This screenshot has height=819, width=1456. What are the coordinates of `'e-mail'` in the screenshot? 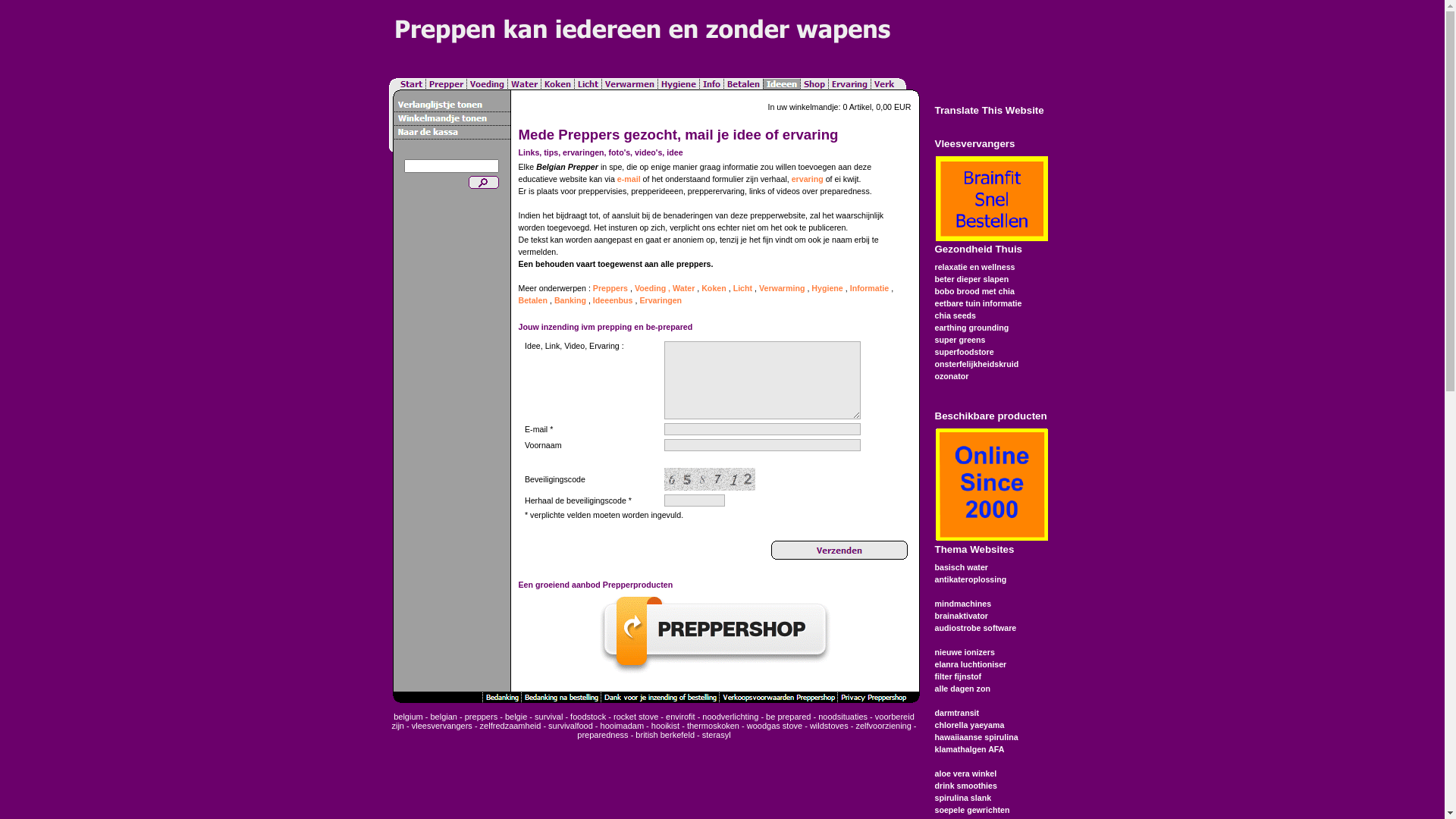 It's located at (629, 177).